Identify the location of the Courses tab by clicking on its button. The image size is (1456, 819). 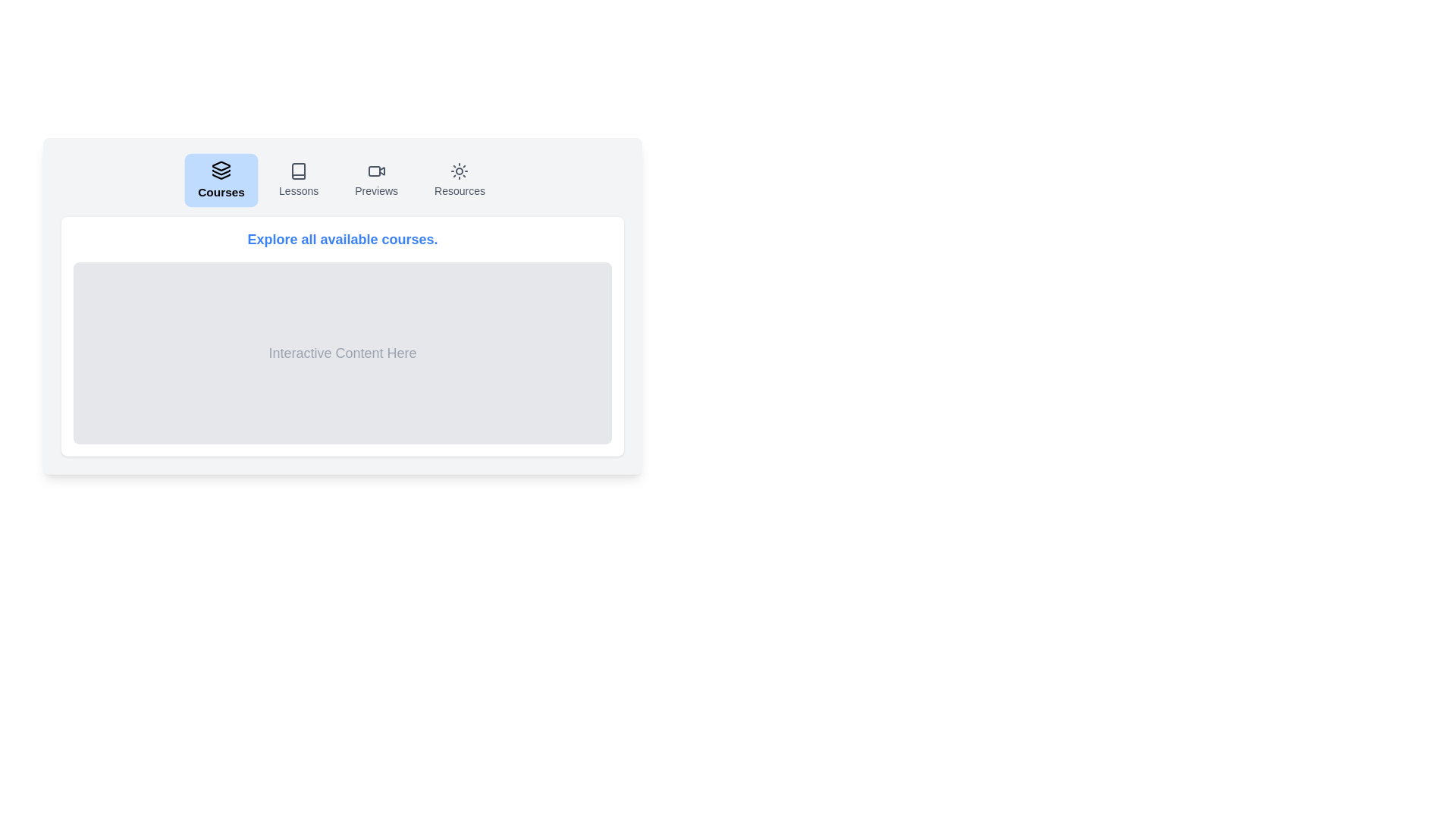
(221, 180).